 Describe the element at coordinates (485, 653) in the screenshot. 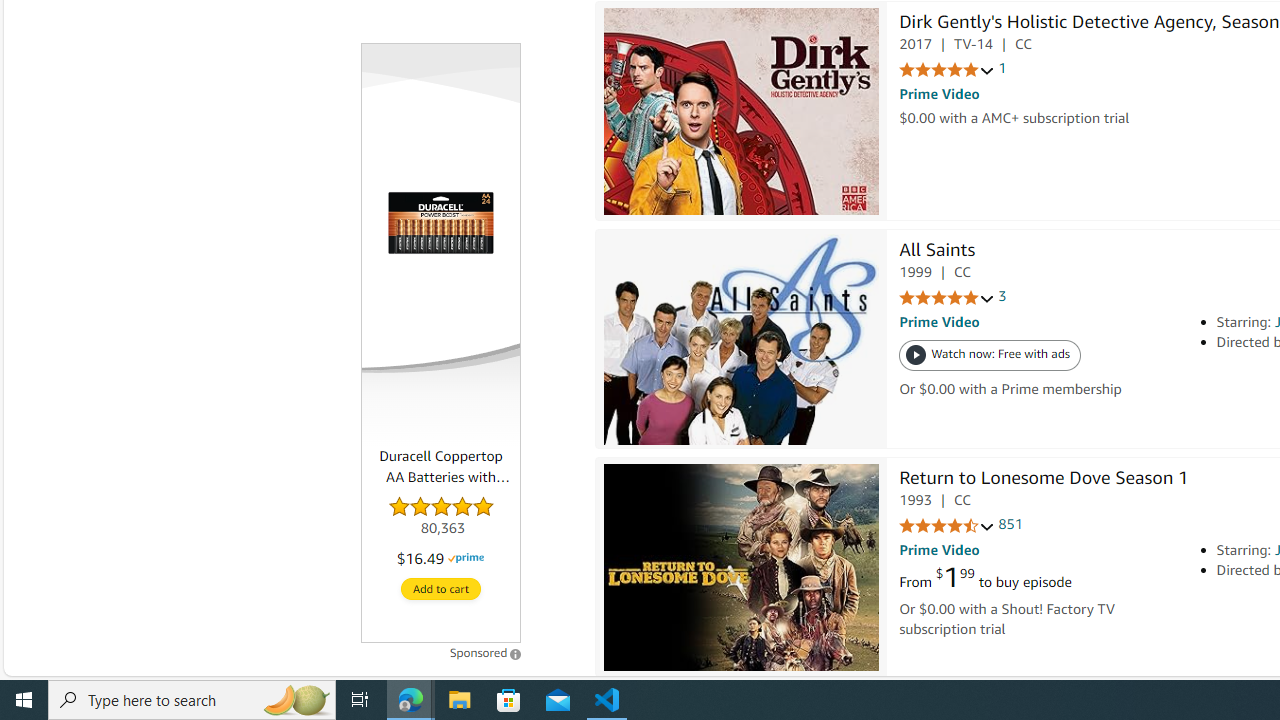

I see `'Leave feedback on Sponsored ad'` at that location.